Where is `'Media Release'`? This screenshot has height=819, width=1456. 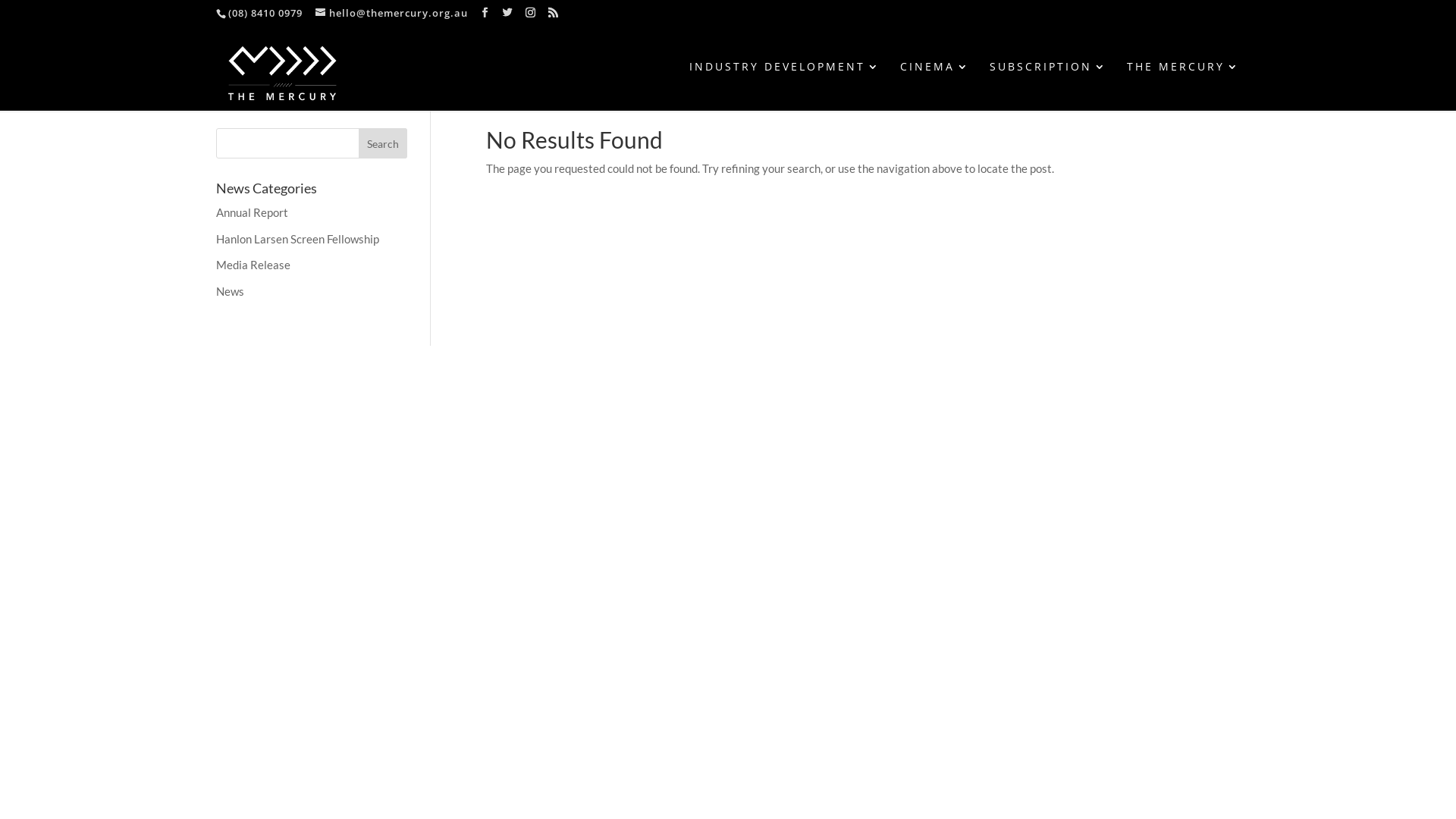 'Media Release' is located at coordinates (253, 263).